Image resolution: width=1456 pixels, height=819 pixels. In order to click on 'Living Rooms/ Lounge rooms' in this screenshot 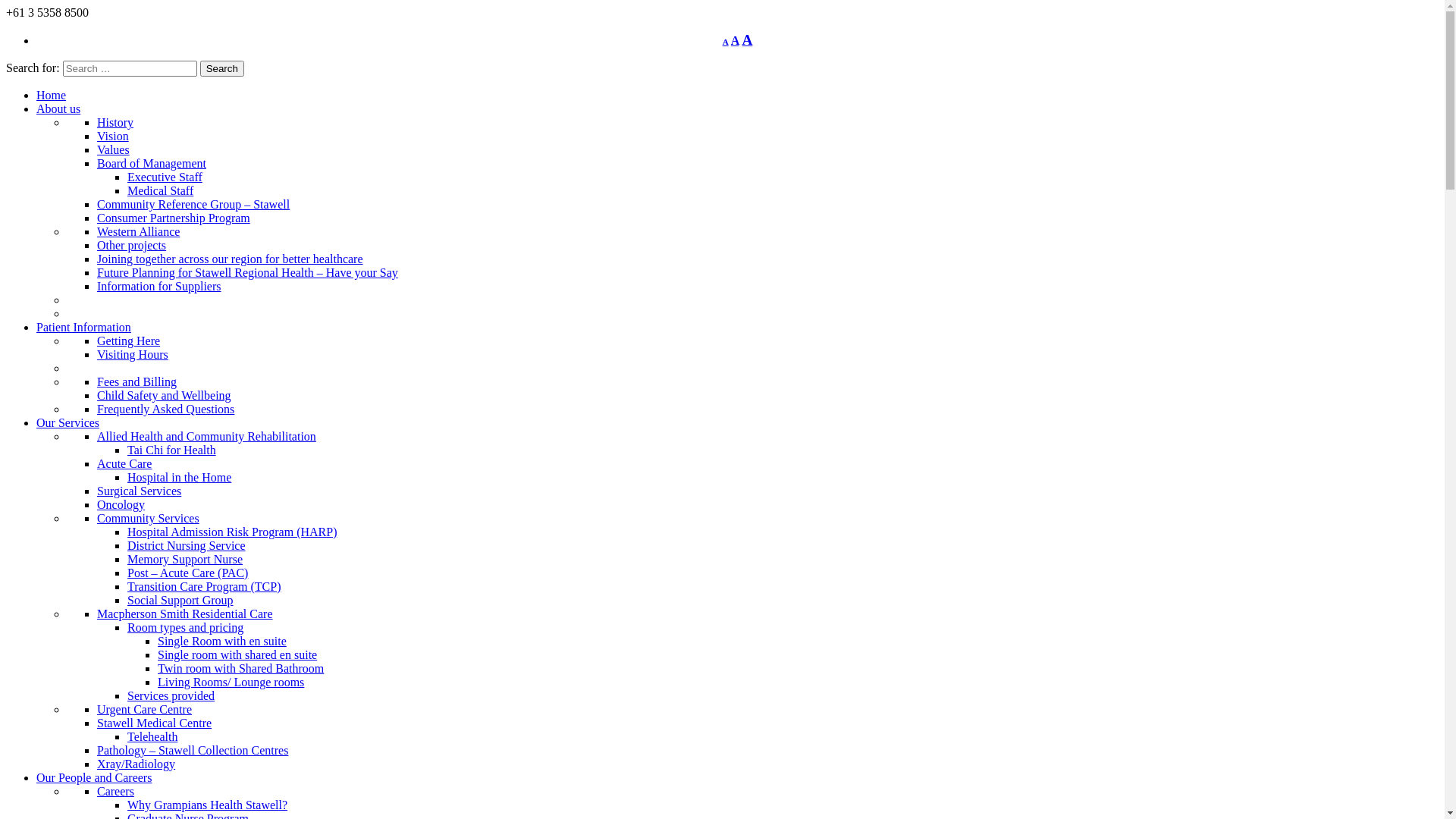, I will do `click(157, 681)`.